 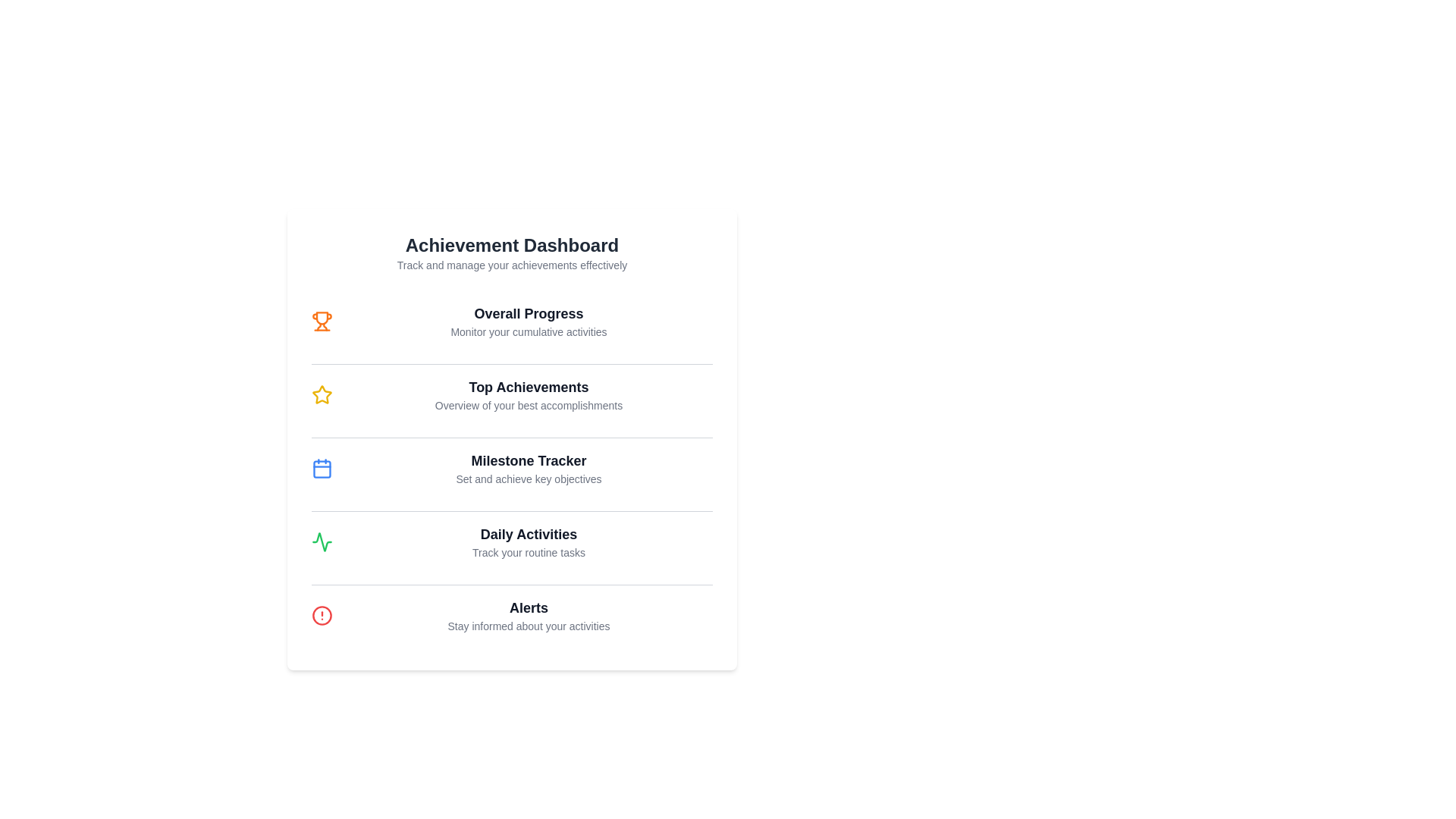 I want to click on text block titled 'Top Achievements' which contains the heading in bold and the description in a lighter gray font, located in the middle section of a vertical list between 'Overall Progress' and 'Milestone Tracker', so click(x=529, y=394).